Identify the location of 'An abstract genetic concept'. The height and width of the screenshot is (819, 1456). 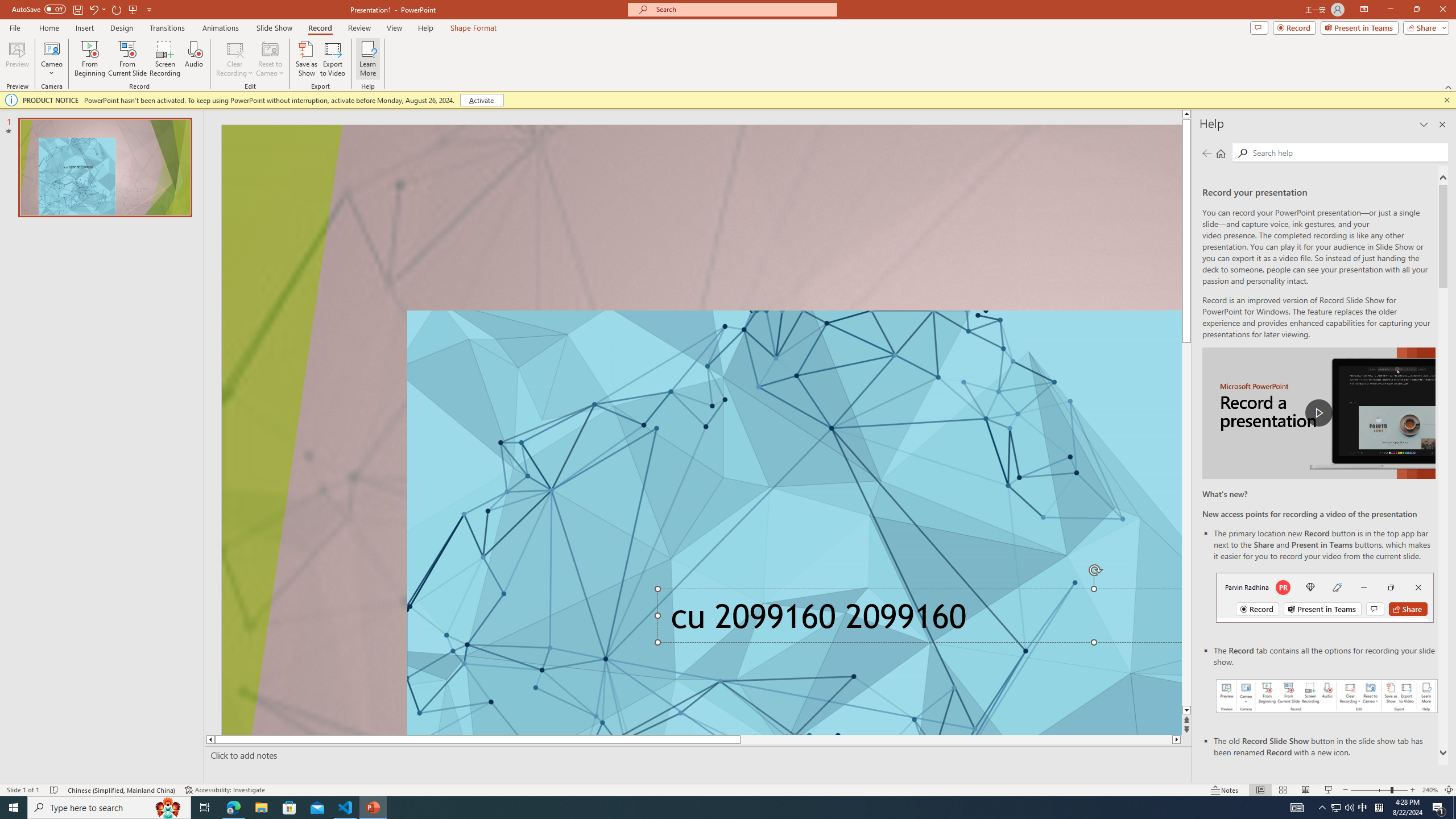
(701, 429).